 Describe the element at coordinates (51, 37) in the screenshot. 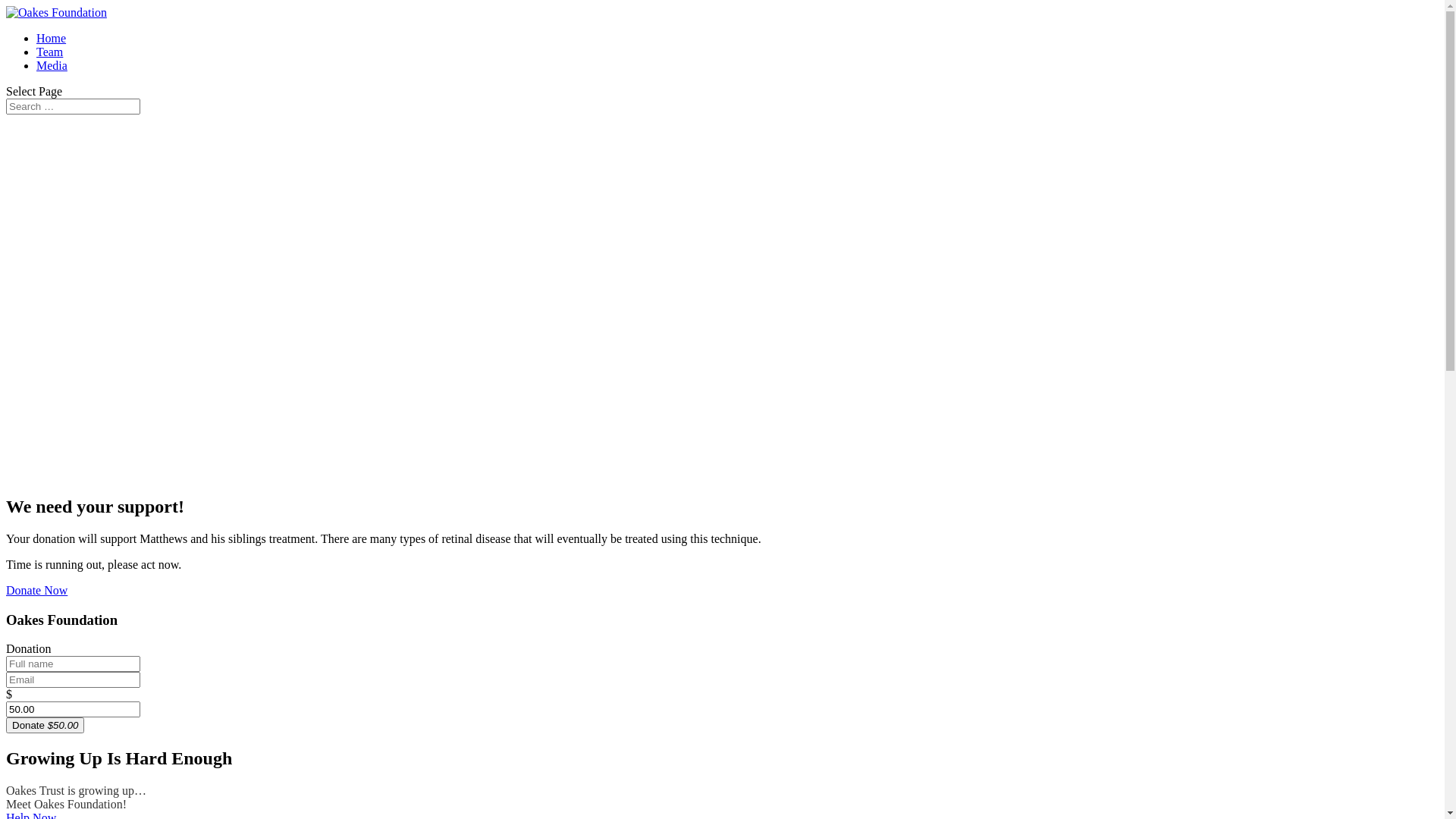

I see `'Home'` at that location.